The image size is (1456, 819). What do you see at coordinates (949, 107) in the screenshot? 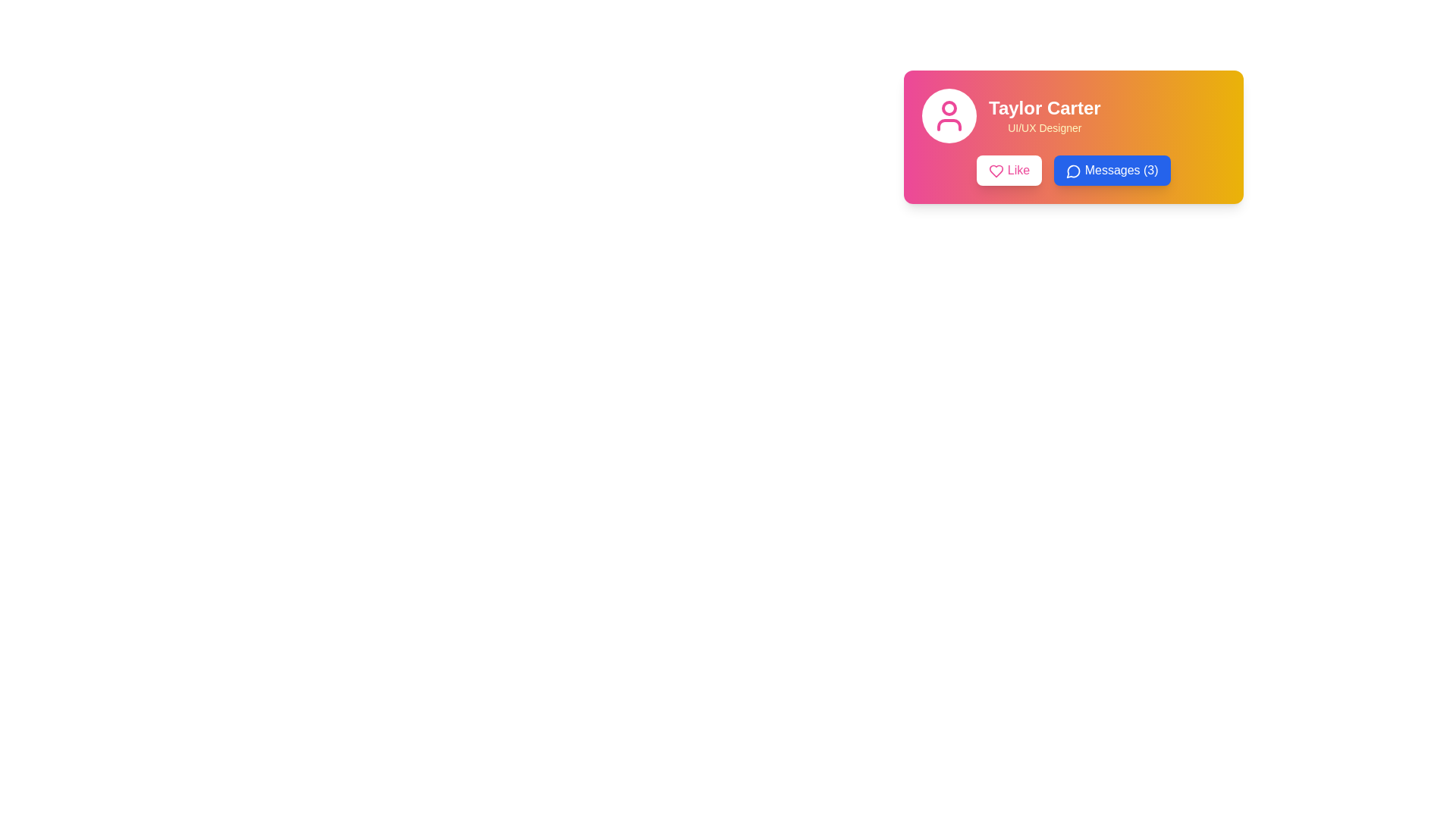
I see `the small circle SVG graphic that serves as a status marker on the profile icon located at the leftmost area of the card` at bounding box center [949, 107].